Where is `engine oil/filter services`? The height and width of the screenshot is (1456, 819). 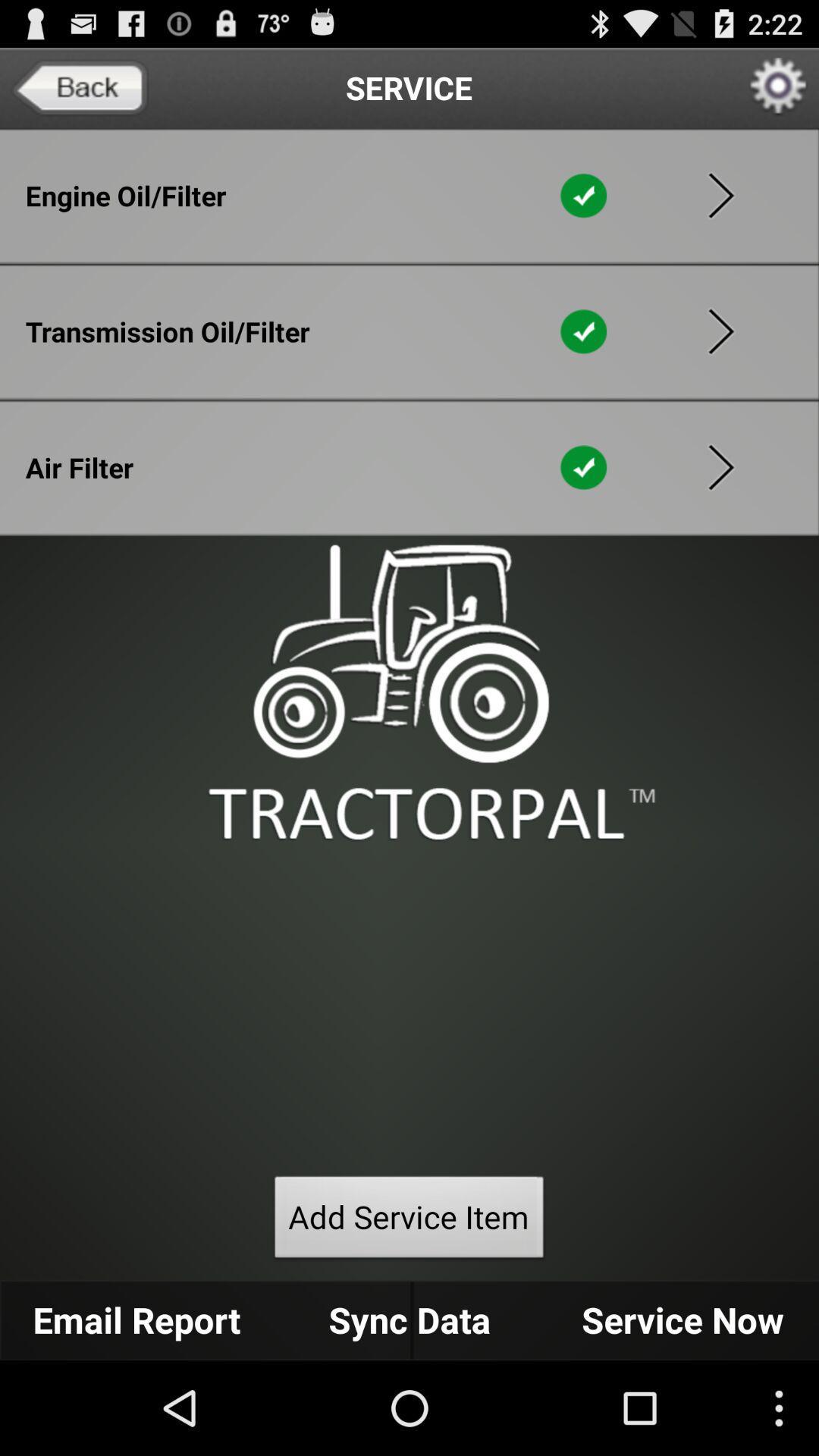
engine oil/filter services is located at coordinates (720, 195).